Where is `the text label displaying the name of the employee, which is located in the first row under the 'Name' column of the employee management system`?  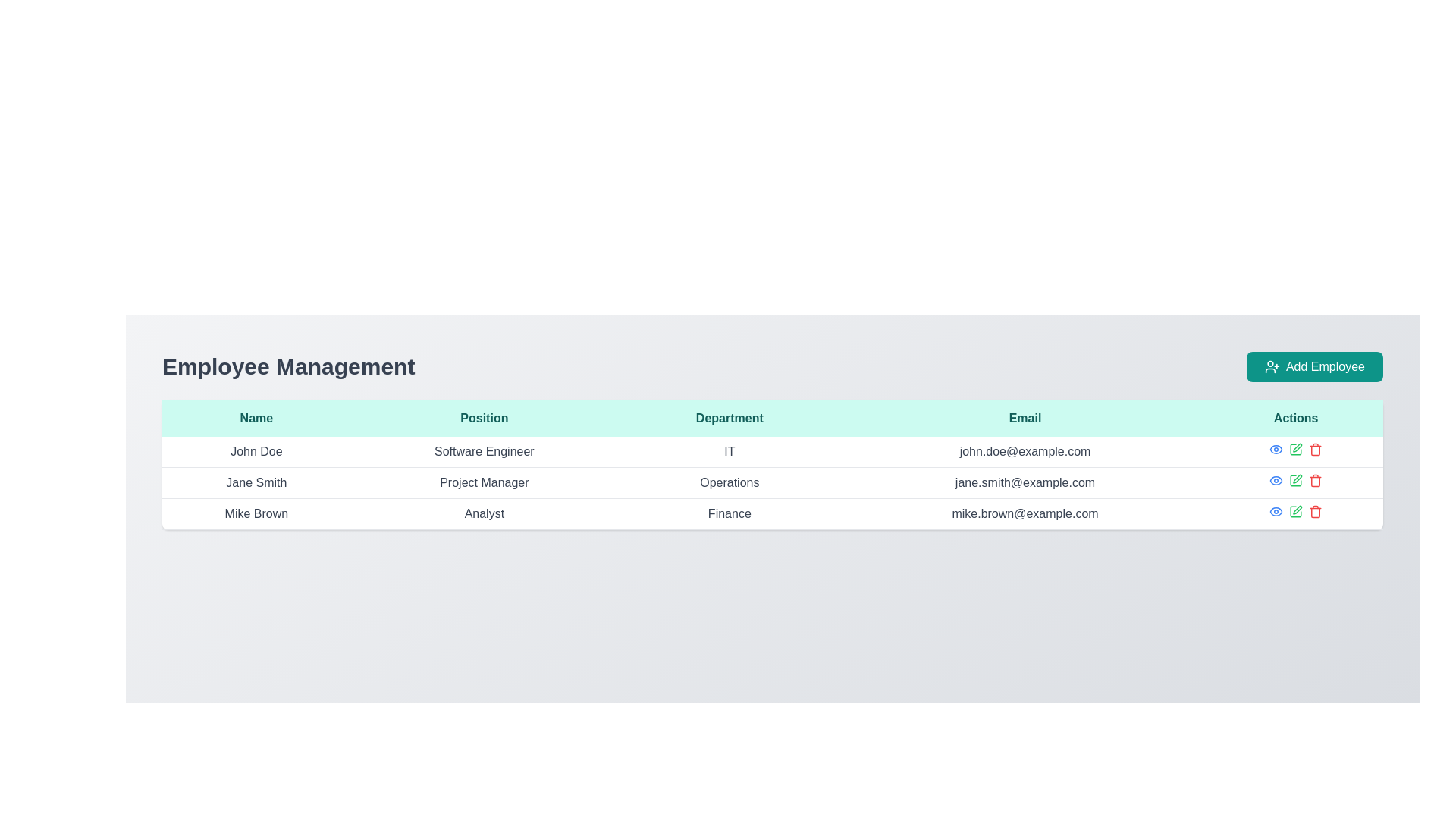
the text label displaying the name of the employee, which is located in the first row under the 'Name' column of the employee management system is located at coordinates (256, 451).